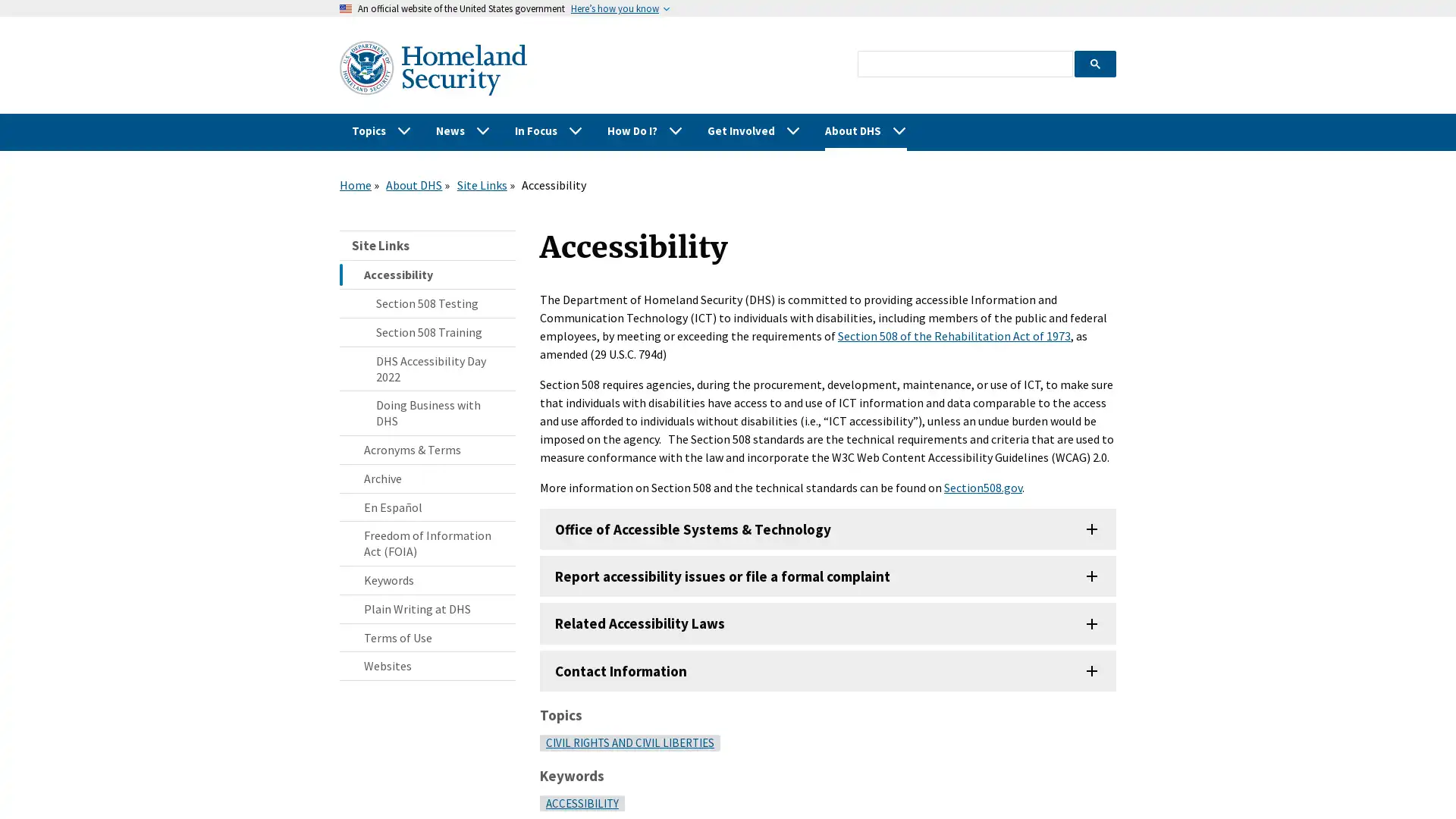 The width and height of the screenshot is (1456, 819). What do you see at coordinates (615, 8) in the screenshot?
I see `Heres how you know` at bounding box center [615, 8].